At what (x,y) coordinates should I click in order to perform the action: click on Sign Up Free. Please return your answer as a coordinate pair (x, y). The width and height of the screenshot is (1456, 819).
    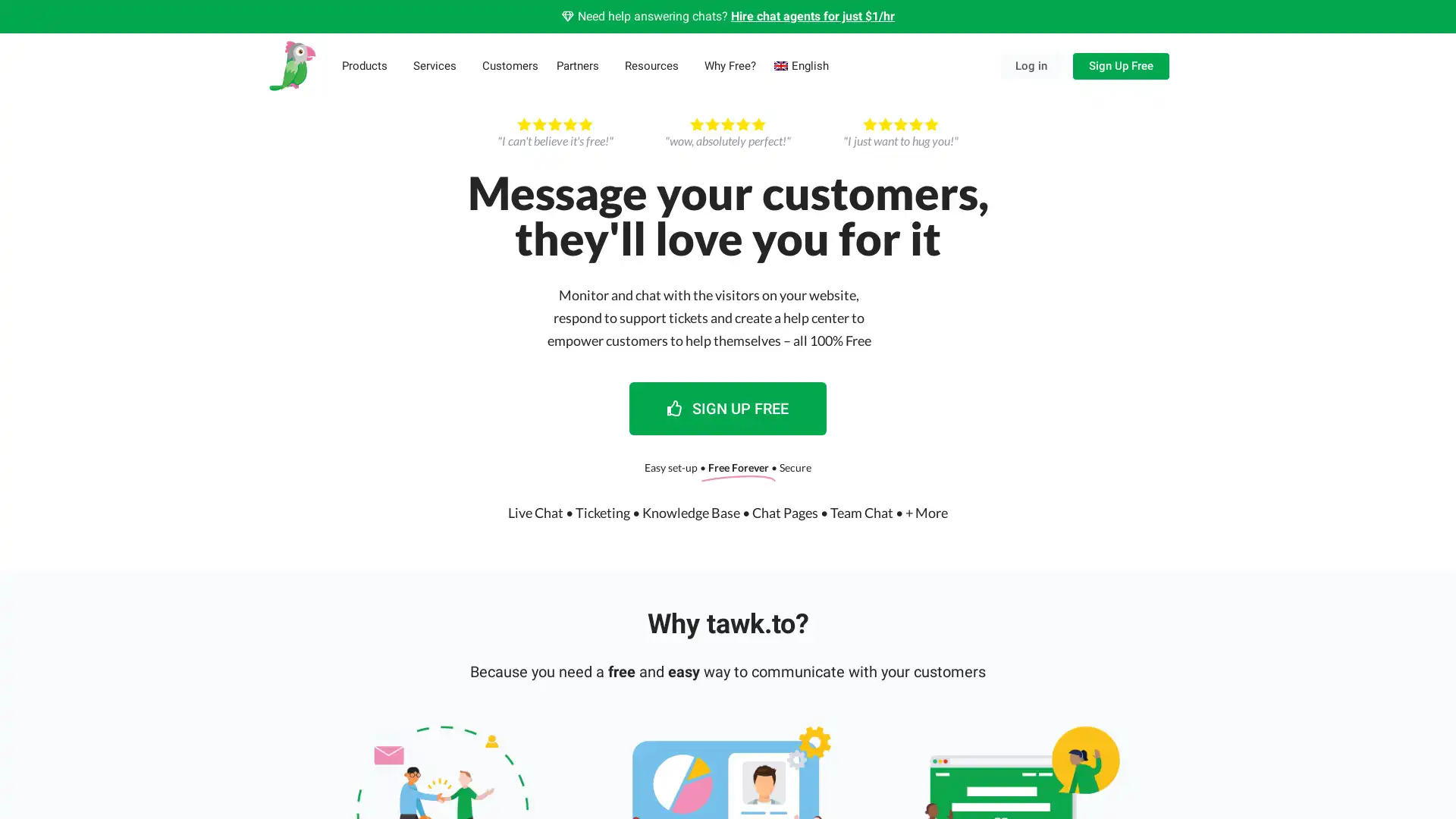
    Looking at the image, I should click on (1121, 64).